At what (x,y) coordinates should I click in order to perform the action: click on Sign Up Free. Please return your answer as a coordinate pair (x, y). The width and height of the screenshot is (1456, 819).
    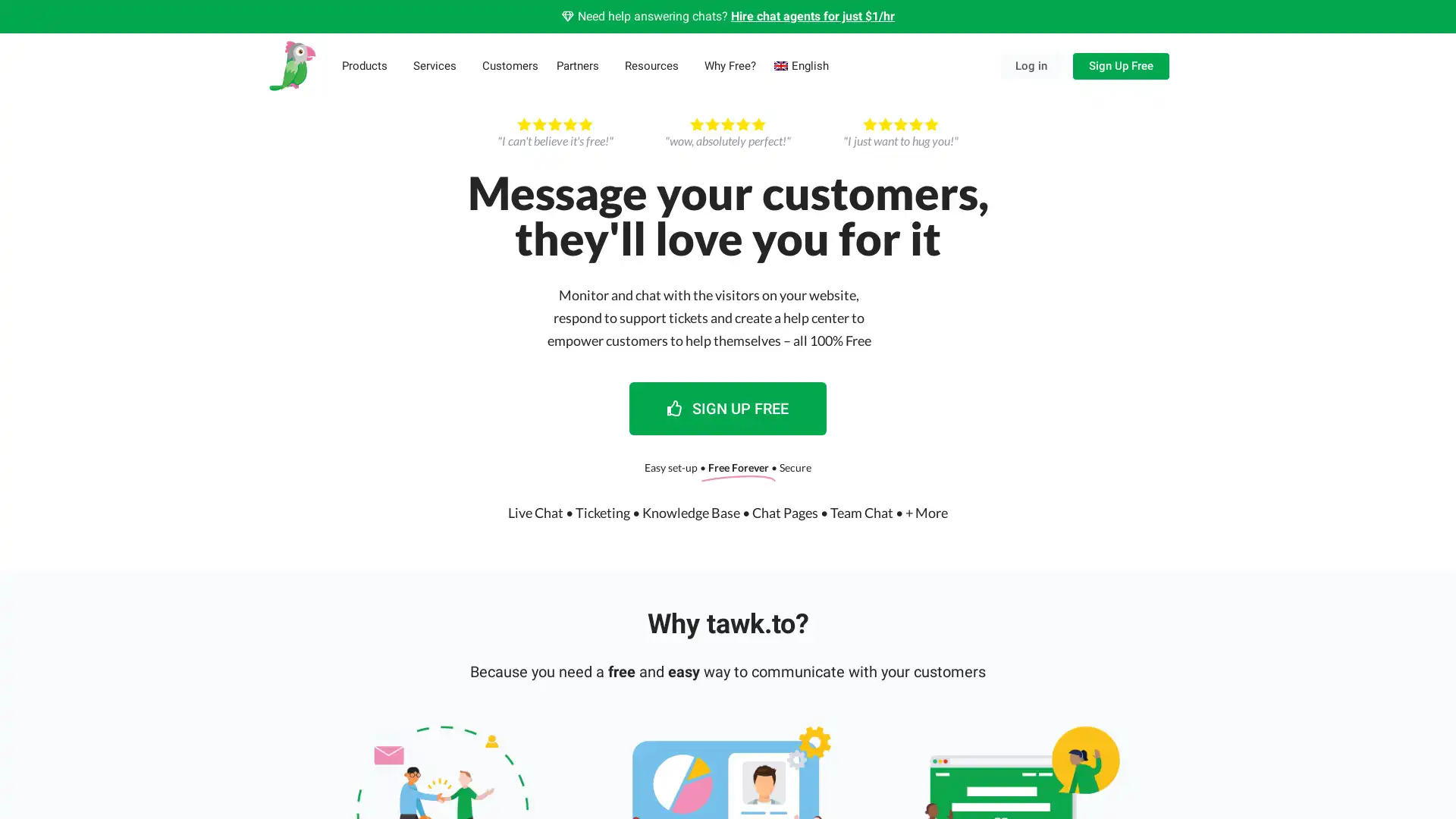
    Looking at the image, I should click on (1121, 64).